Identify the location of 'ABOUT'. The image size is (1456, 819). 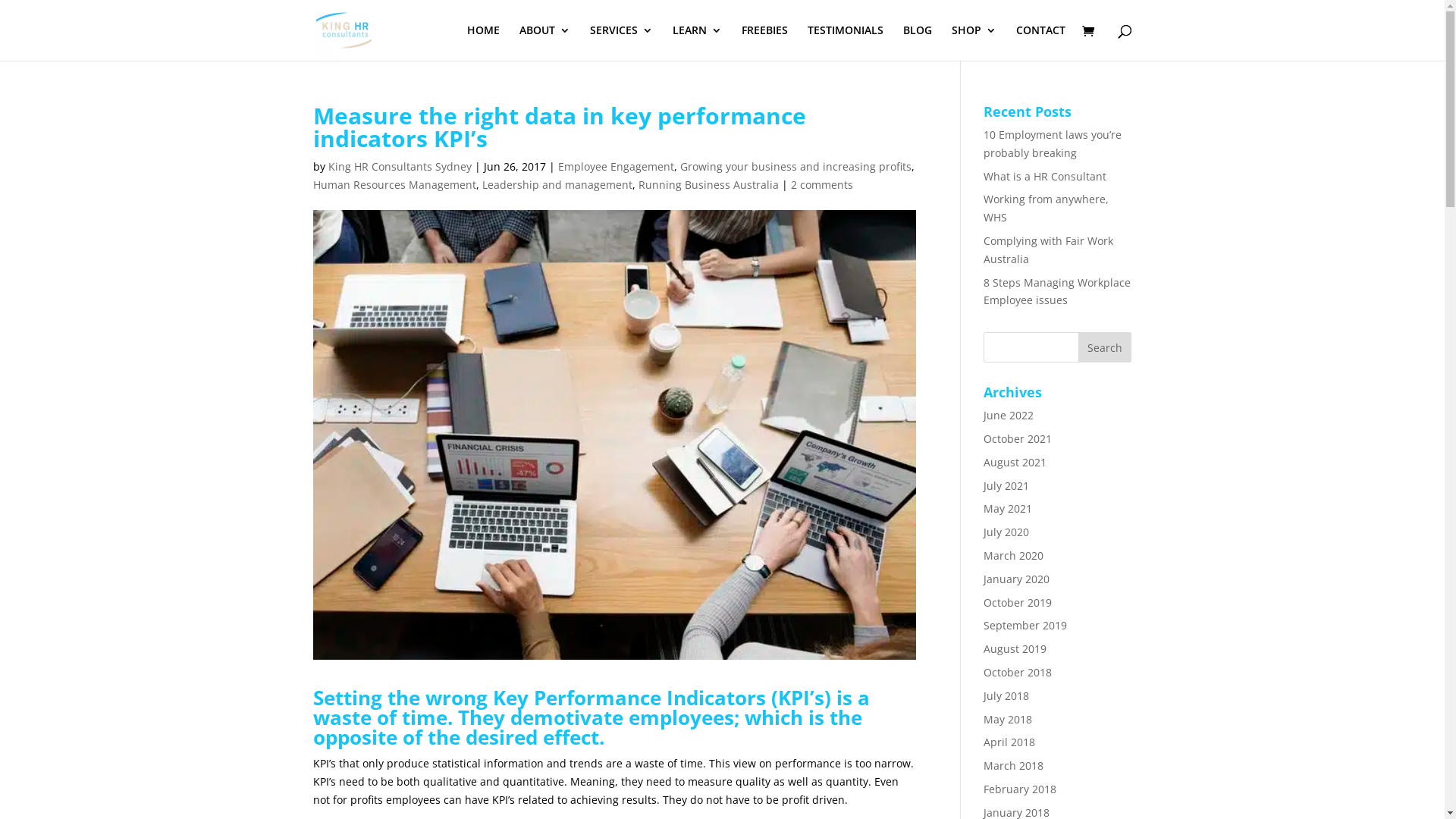
(544, 42).